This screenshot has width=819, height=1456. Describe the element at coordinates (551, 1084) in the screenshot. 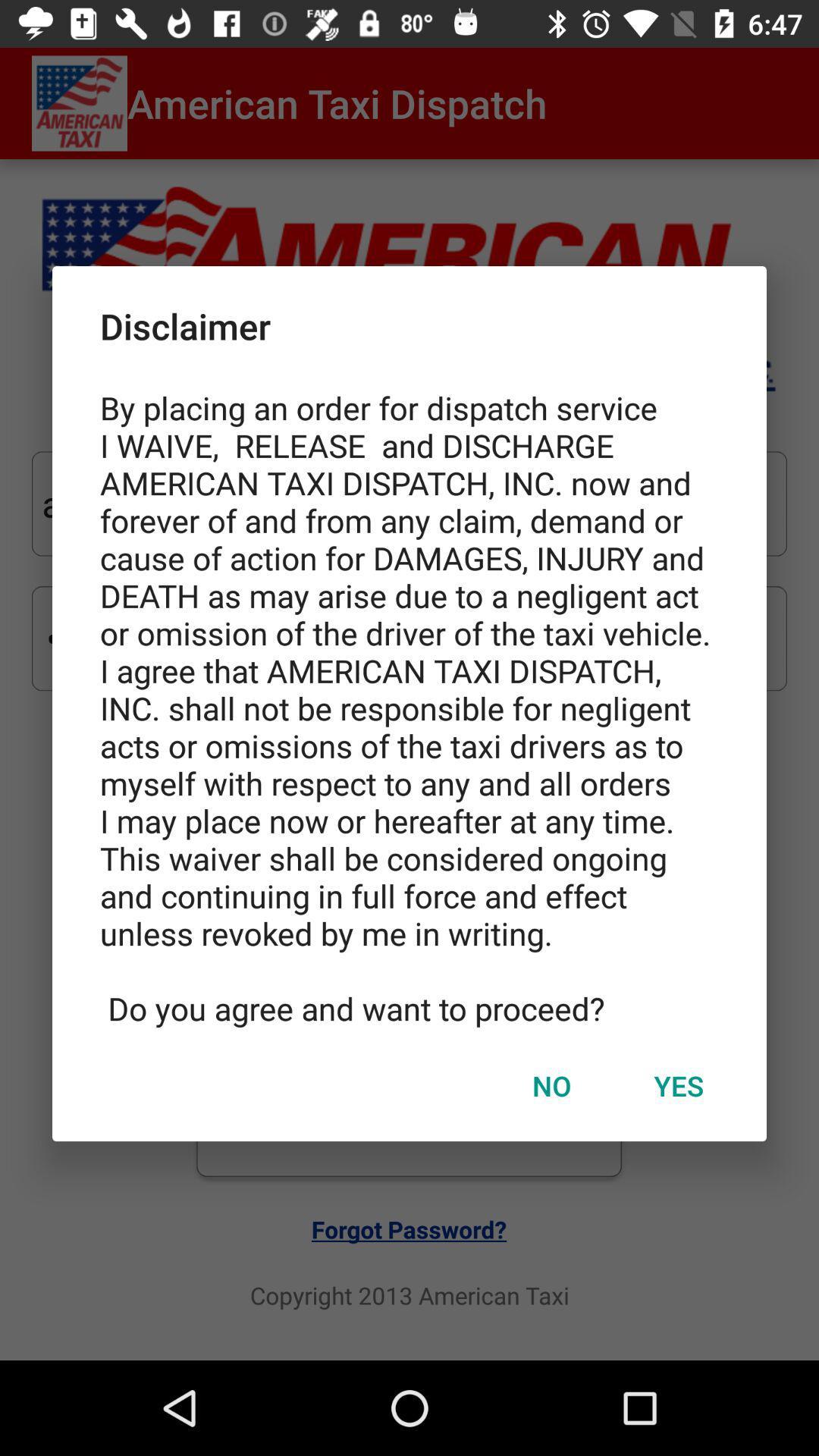

I see `no item` at that location.